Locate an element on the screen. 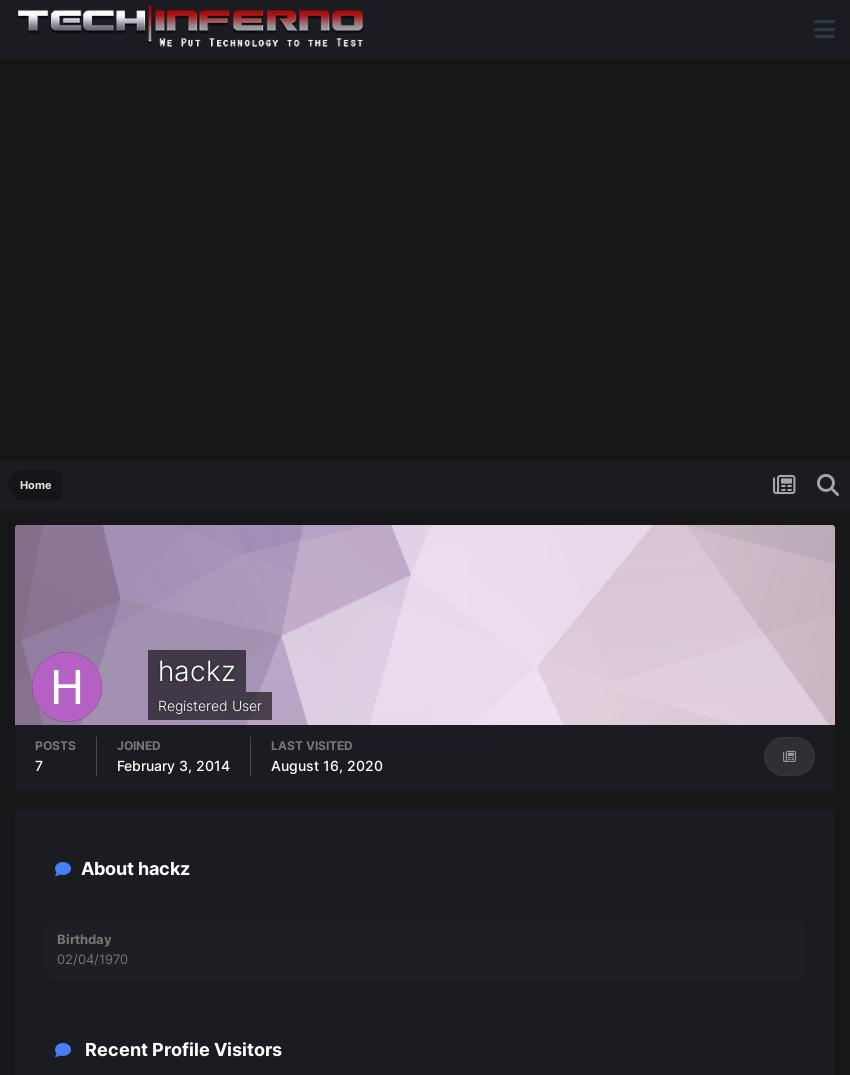 The image size is (850, 1075). 'Birthday' is located at coordinates (84, 939).